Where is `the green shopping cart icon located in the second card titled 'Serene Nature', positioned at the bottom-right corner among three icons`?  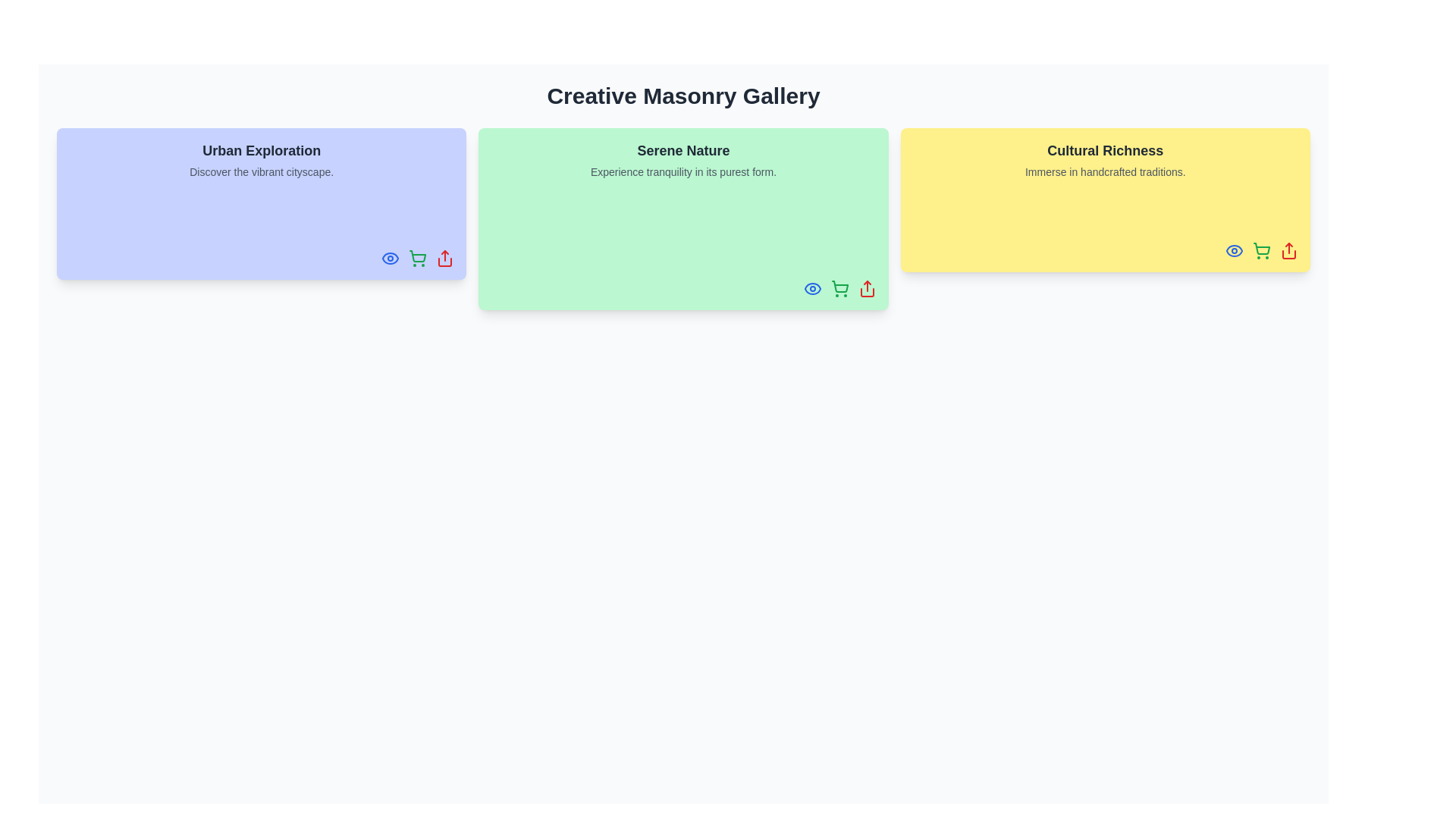 the green shopping cart icon located in the second card titled 'Serene Nature', positioned at the bottom-right corner among three icons is located at coordinates (839, 289).